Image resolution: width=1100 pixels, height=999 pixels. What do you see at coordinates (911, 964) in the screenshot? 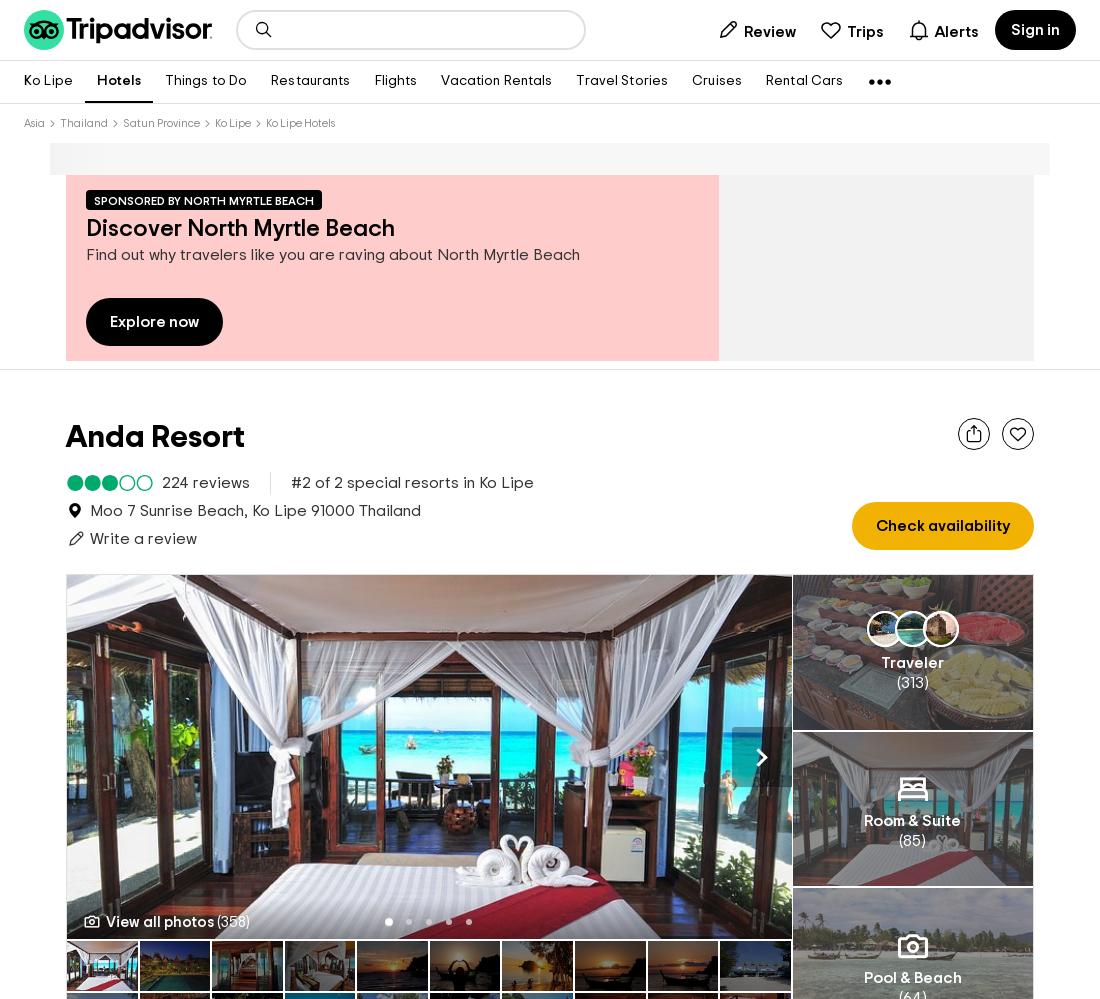
I see `'64'` at bounding box center [911, 964].